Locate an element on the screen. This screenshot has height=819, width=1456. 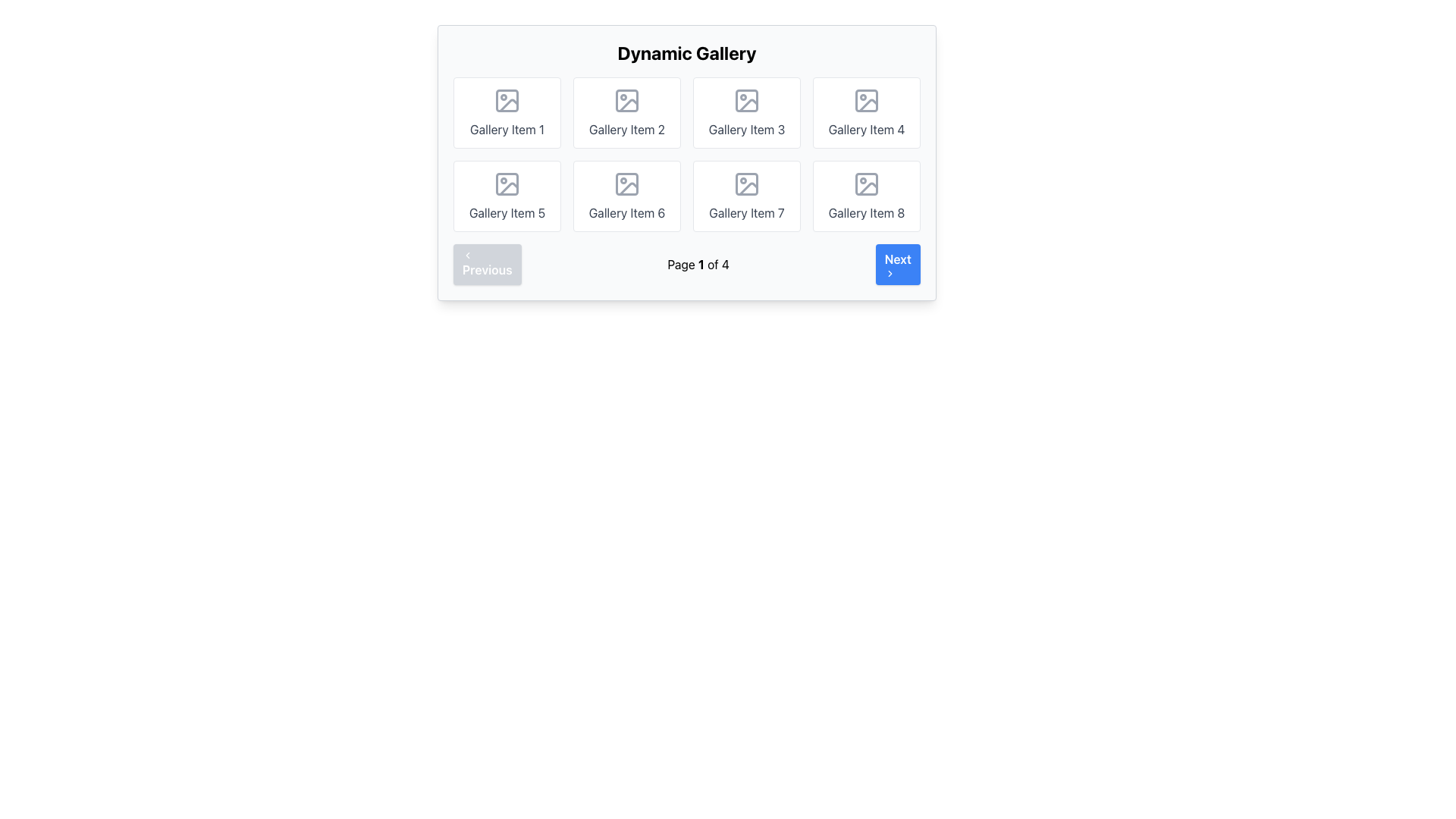
the gallery icon located in the center of 'Gallery Item 1' card is located at coordinates (507, 100).